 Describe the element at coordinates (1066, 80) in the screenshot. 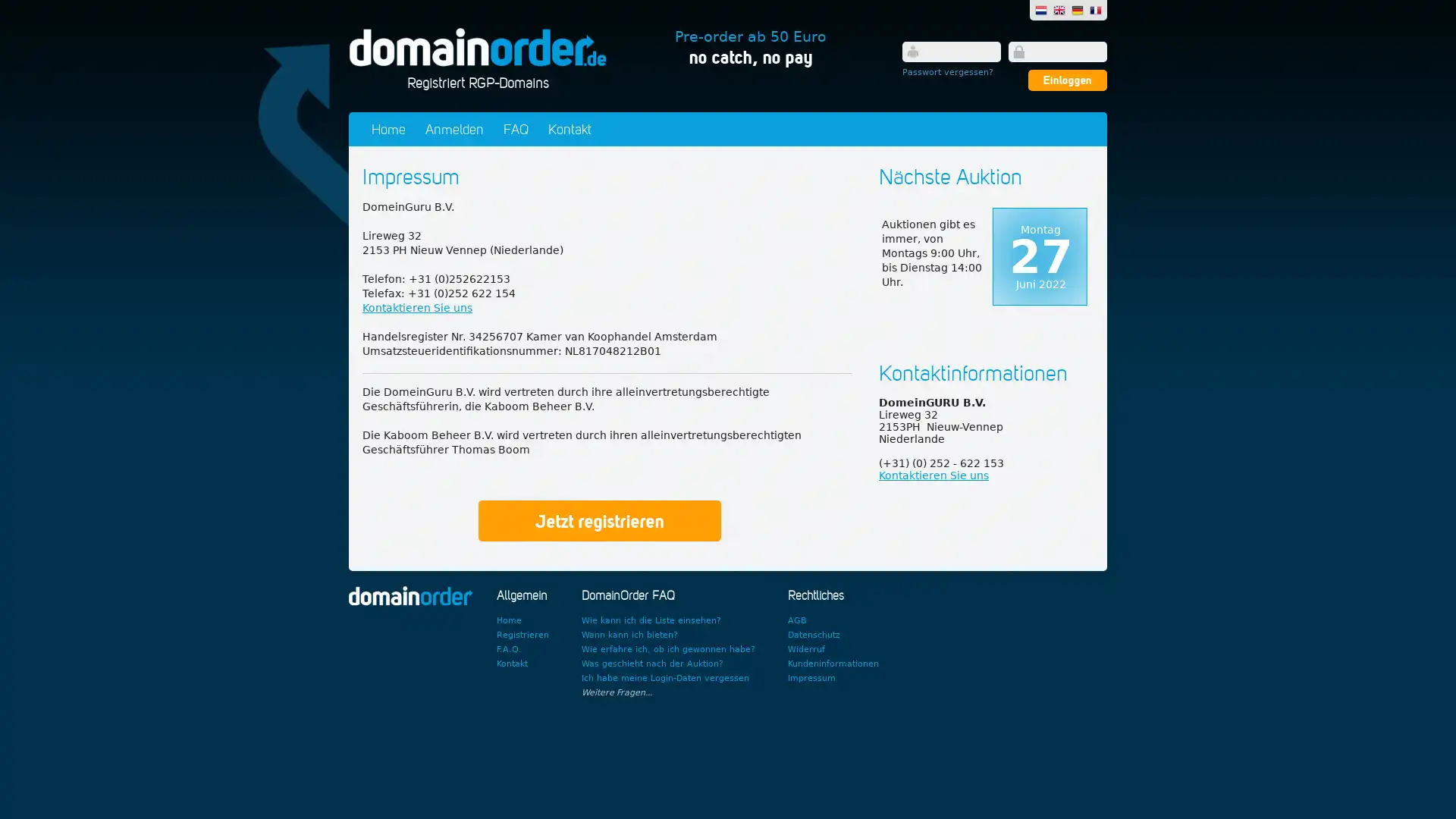

I see `Einloggen` at that location.